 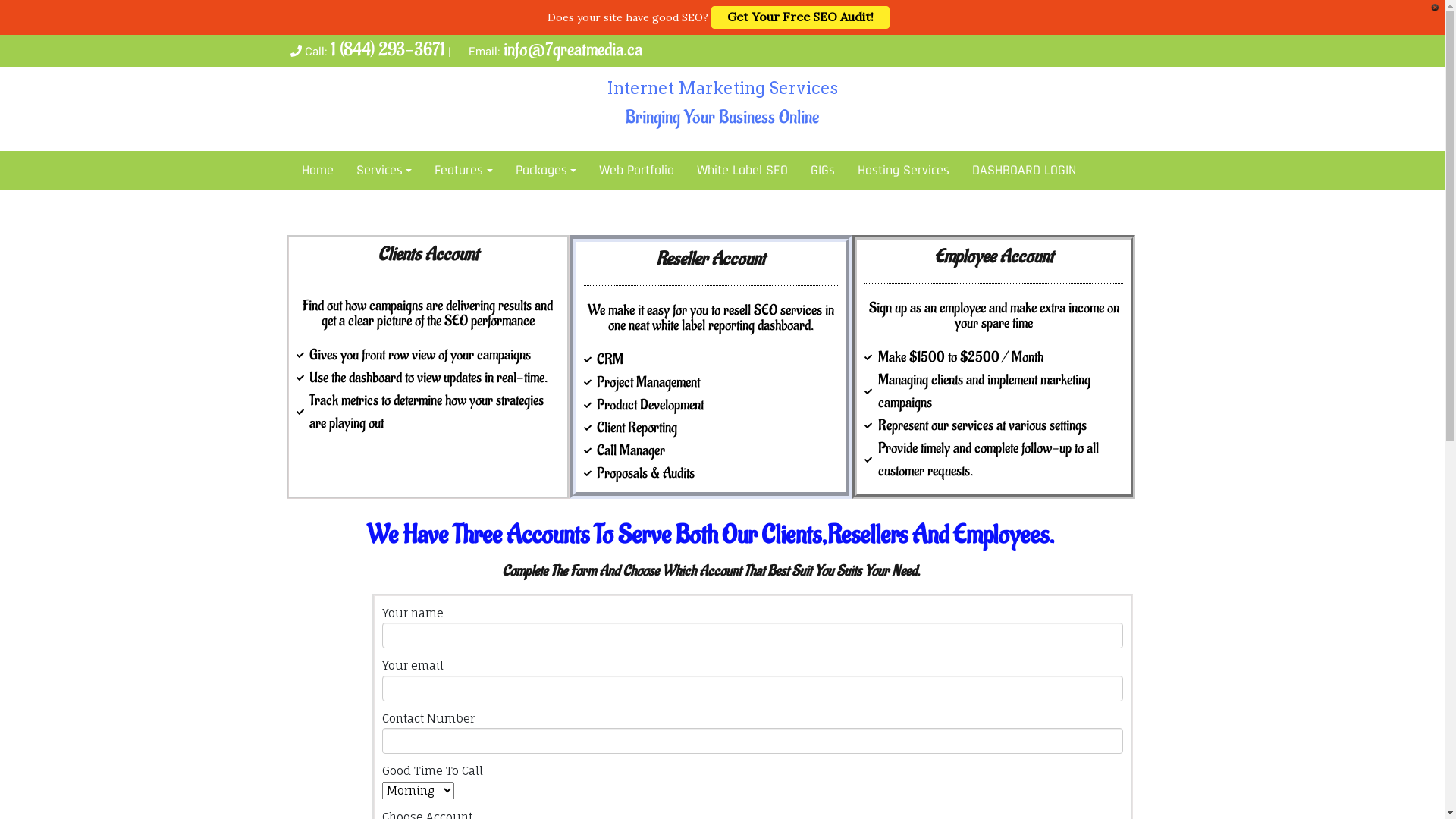 What do you see at coordinates (799, 170) in the screenshot?
I see `'GIGs'` at bounding box center [799, 170].